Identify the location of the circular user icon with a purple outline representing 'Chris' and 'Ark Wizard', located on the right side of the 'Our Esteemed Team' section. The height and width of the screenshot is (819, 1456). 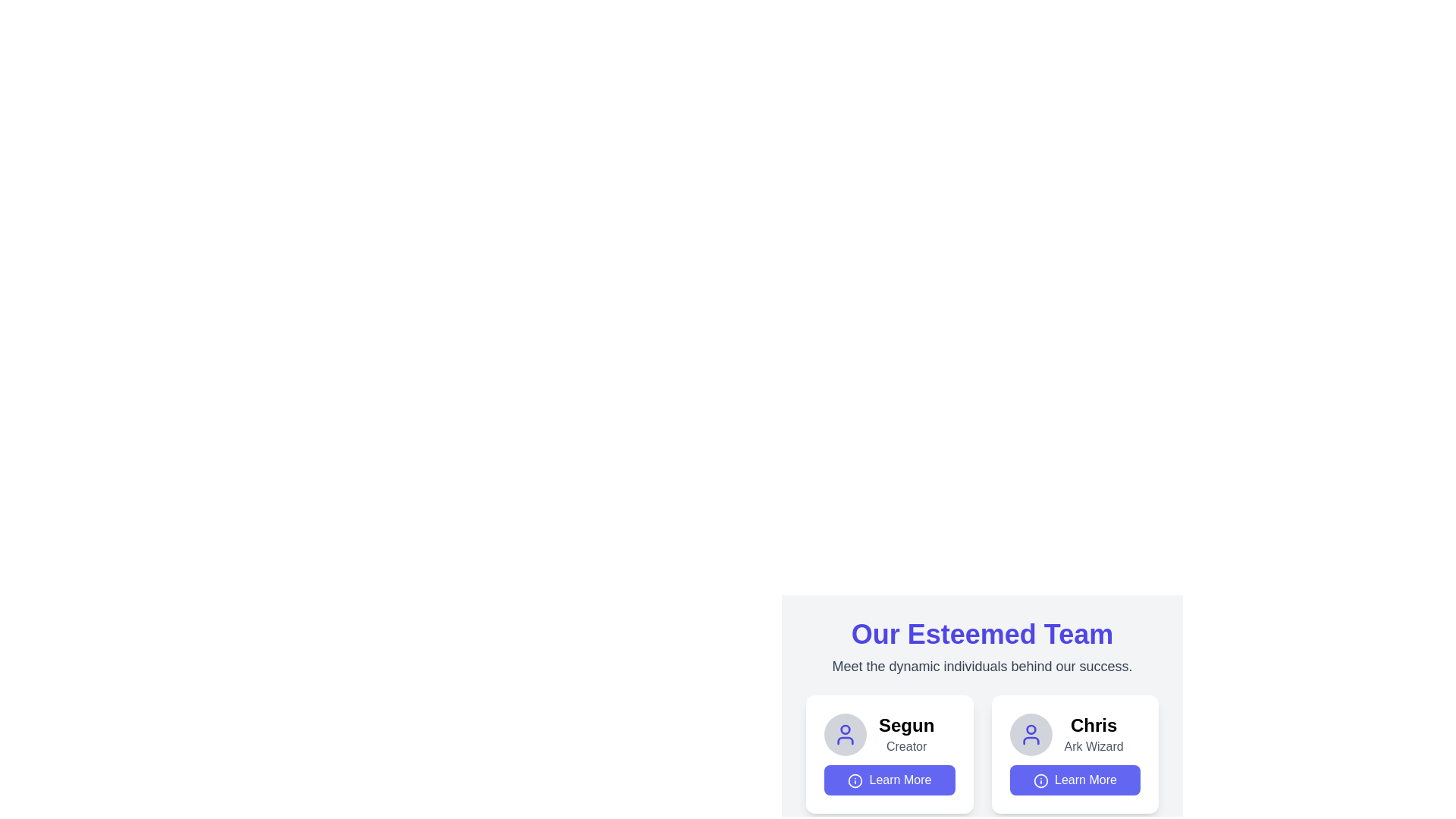
(1031, 733).